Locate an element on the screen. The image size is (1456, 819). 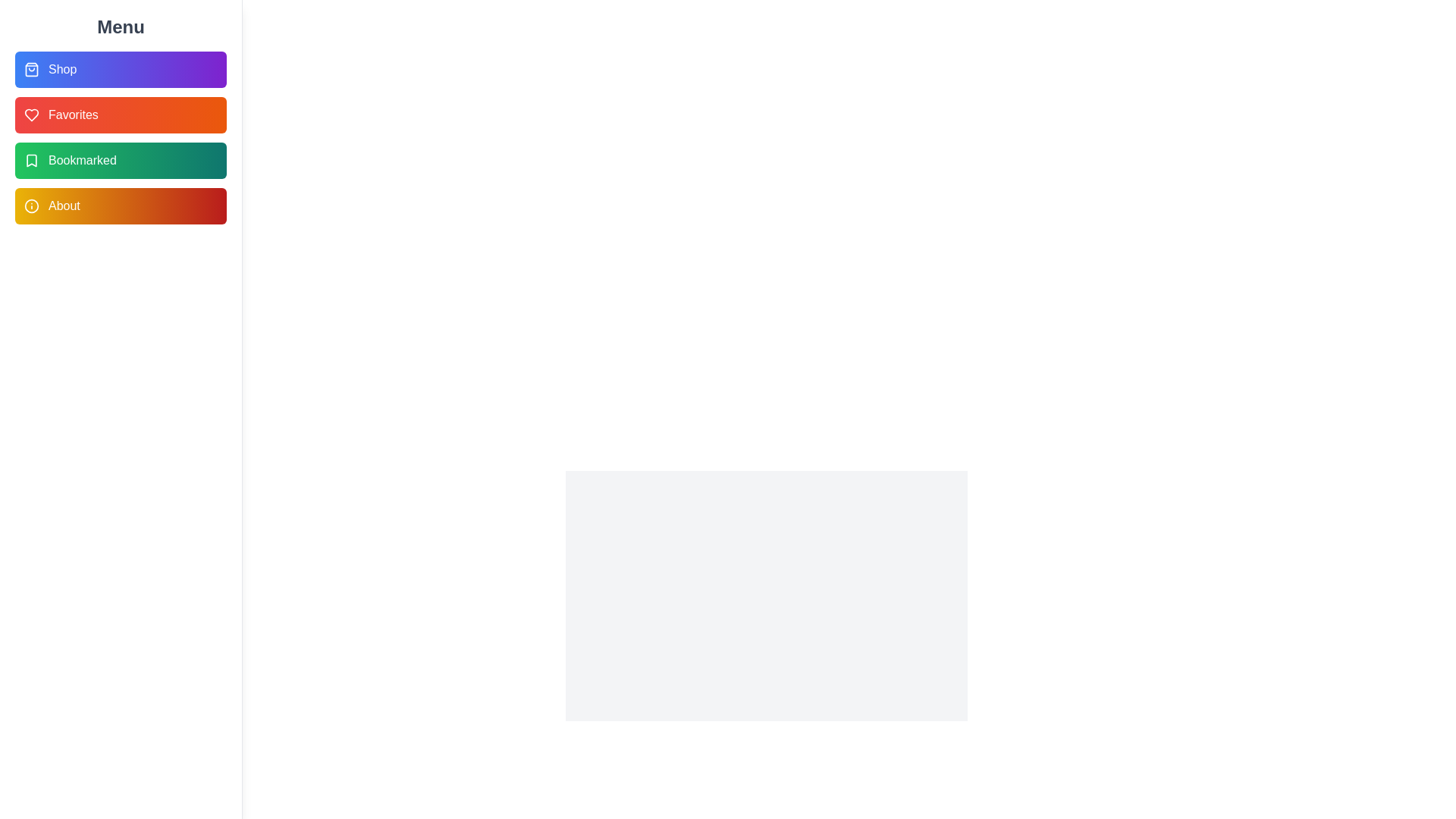
the Favorites menu item is located at coordinates (120, 114).